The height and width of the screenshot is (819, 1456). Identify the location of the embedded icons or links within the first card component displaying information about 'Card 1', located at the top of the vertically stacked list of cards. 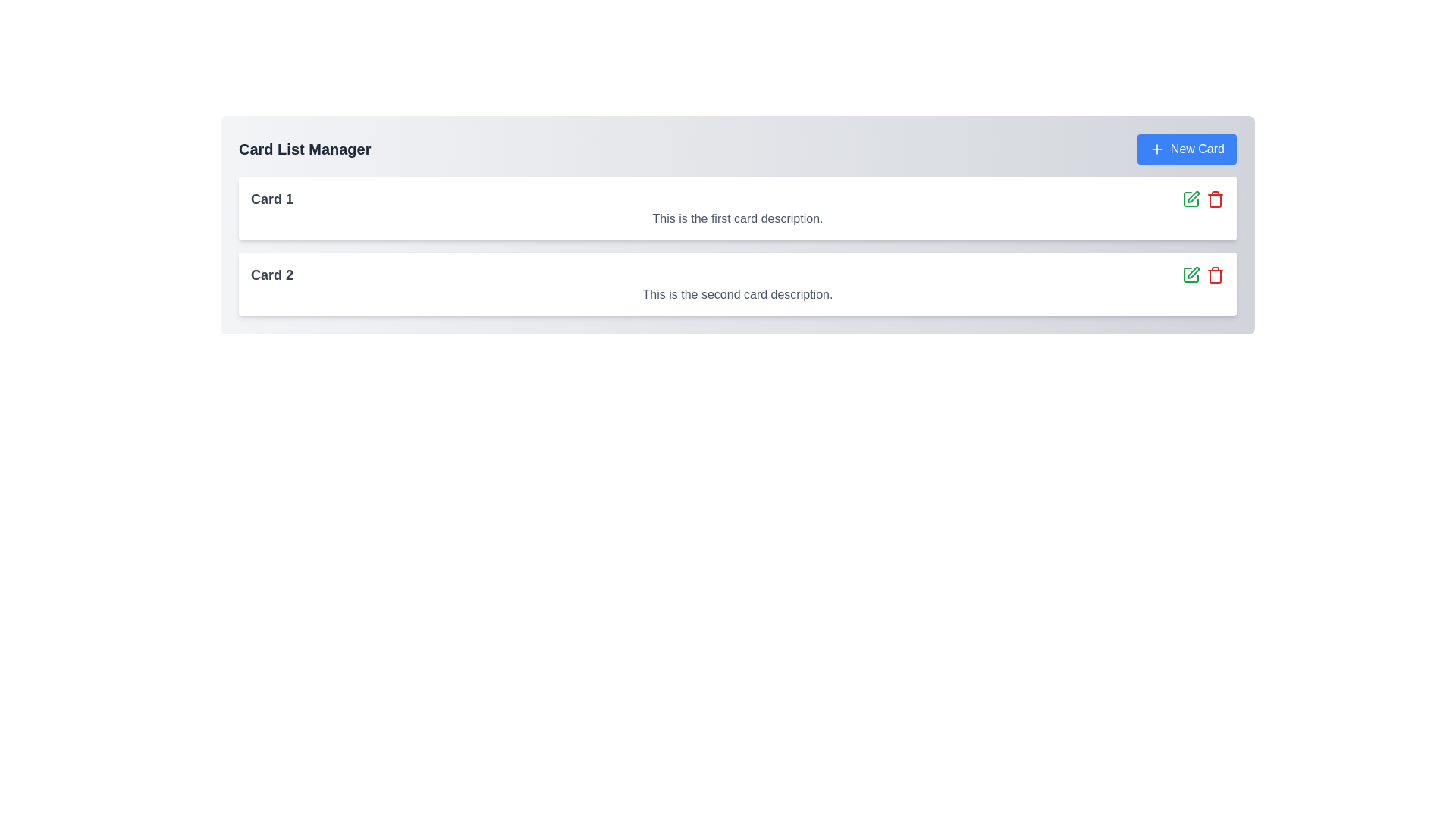
(738, 208).